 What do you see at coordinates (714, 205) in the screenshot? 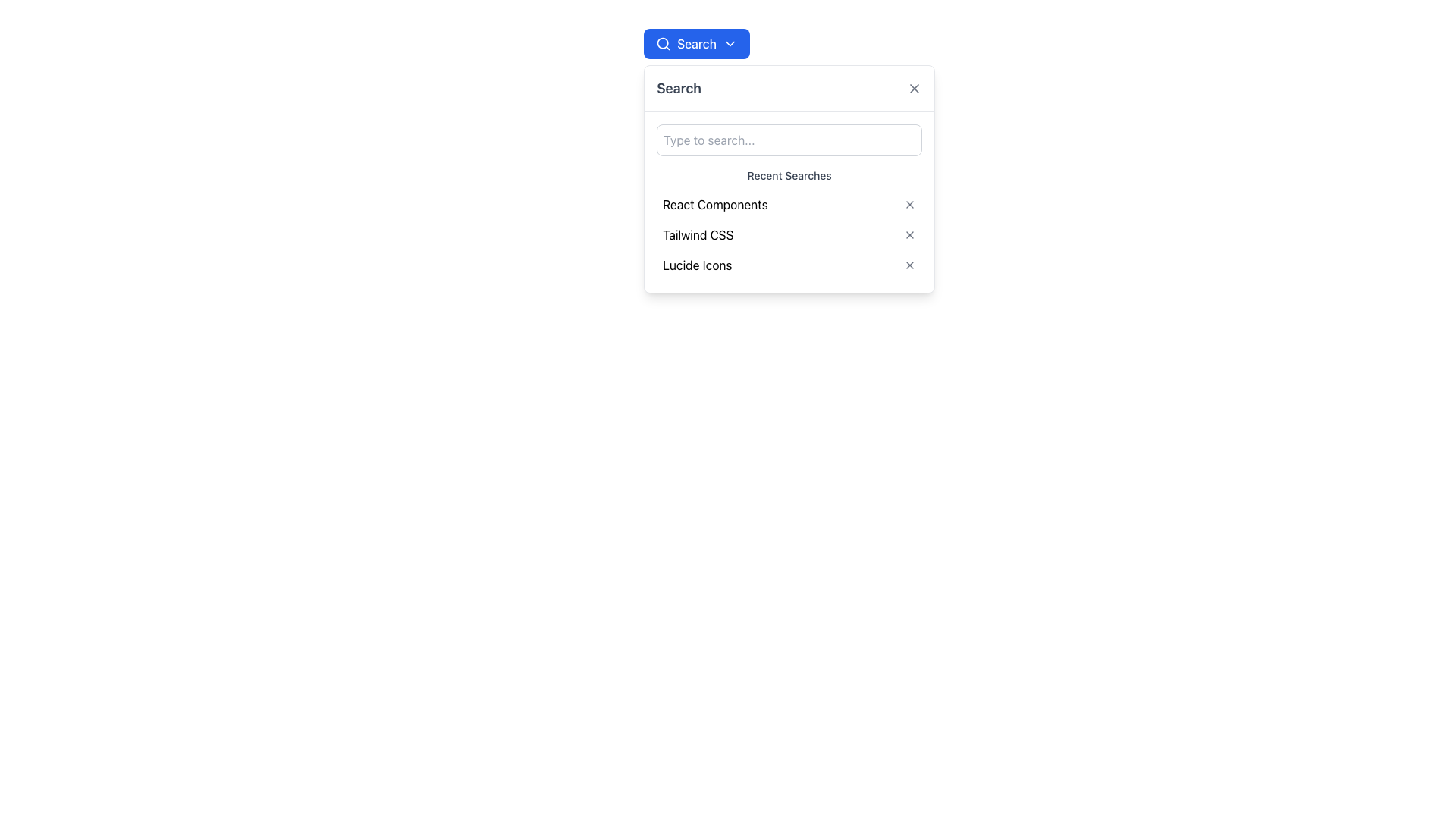
I see `the first text label in the 'Recent Searches' list` at bounding box center [714, 205].